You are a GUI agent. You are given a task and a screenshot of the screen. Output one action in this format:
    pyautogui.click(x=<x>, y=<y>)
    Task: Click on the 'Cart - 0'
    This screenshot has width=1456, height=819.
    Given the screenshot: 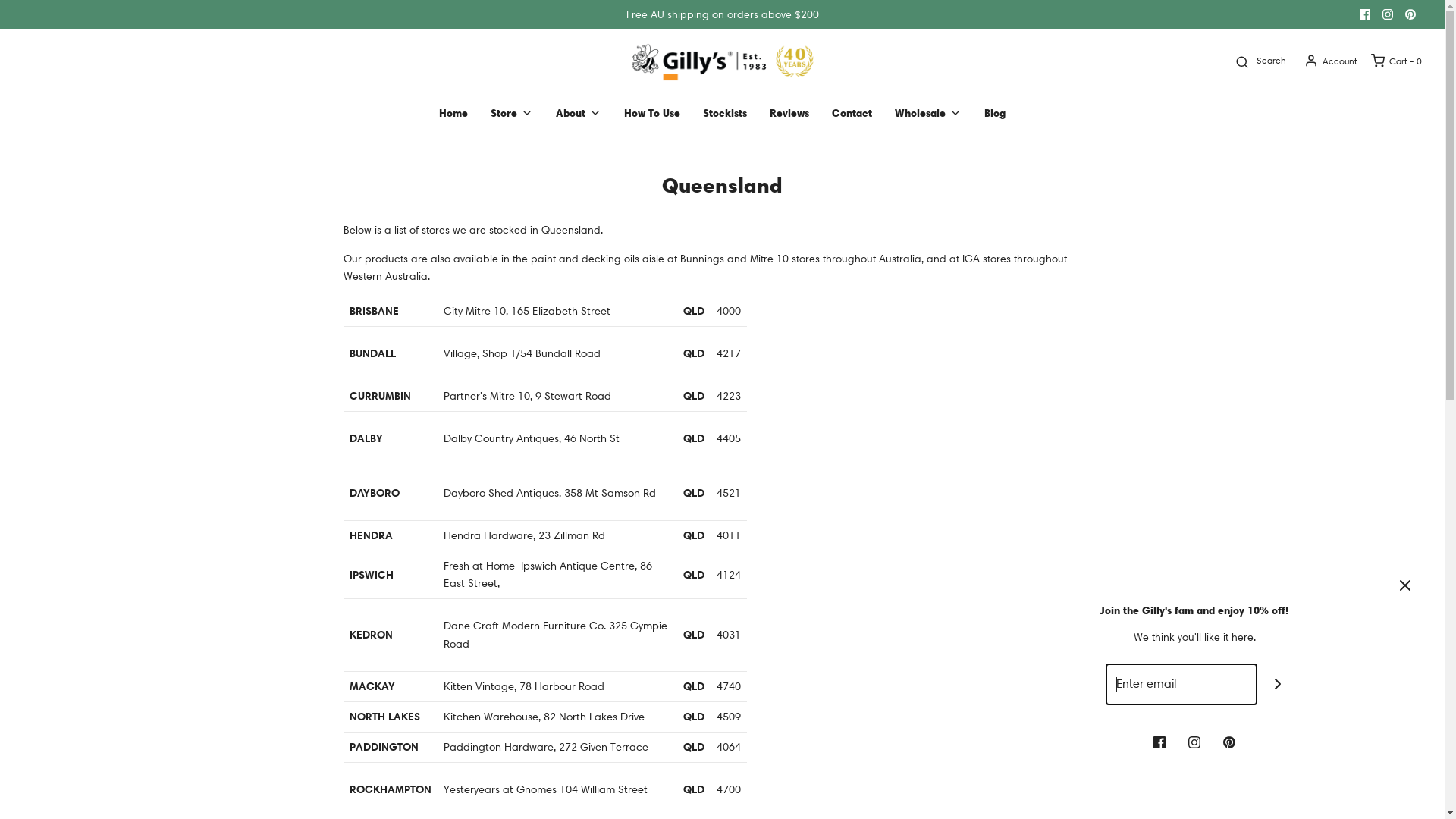 What is the action you would take?
    pyautogui.click(x=1395, y=60)
    